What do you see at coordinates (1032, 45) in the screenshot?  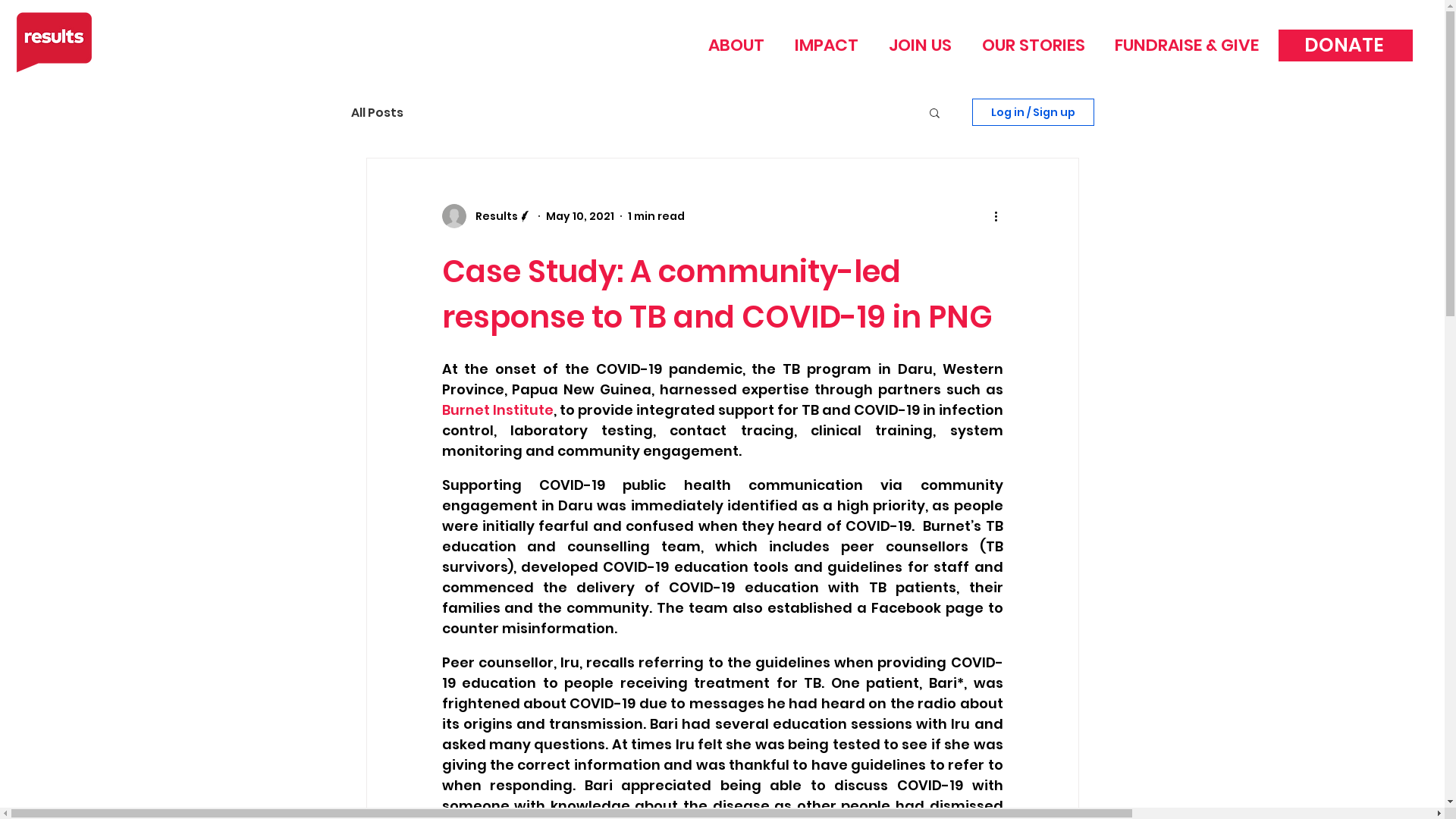 I see `'OUR STORIES'` at bounding box center [1032, 45].